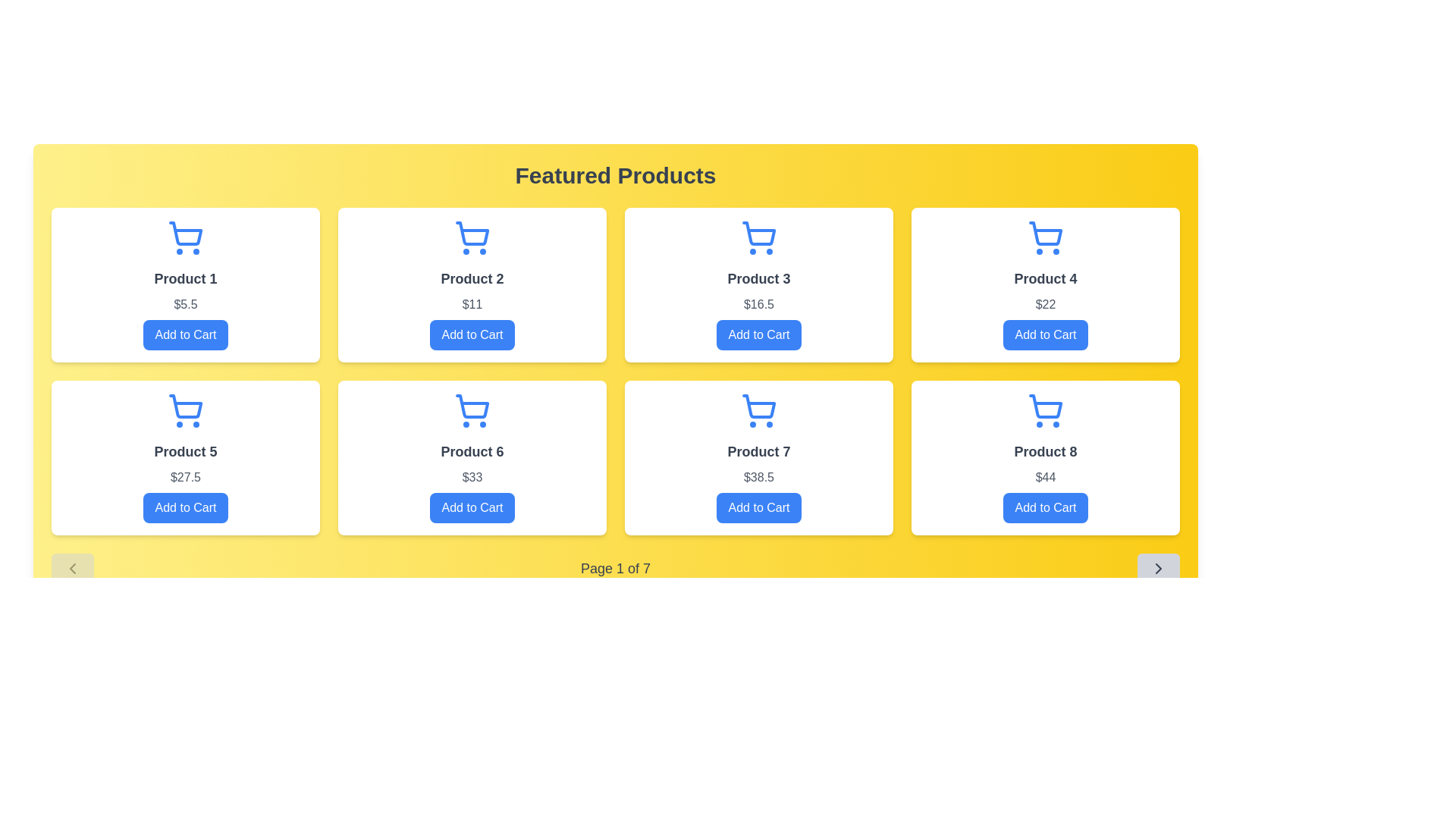  Describe the element at coordinates (472, 451) in the screenshot. I see `the bold text label 'Product 6' which is centrally aligned within a white card in the second row and third column of a grid layout` at that location.